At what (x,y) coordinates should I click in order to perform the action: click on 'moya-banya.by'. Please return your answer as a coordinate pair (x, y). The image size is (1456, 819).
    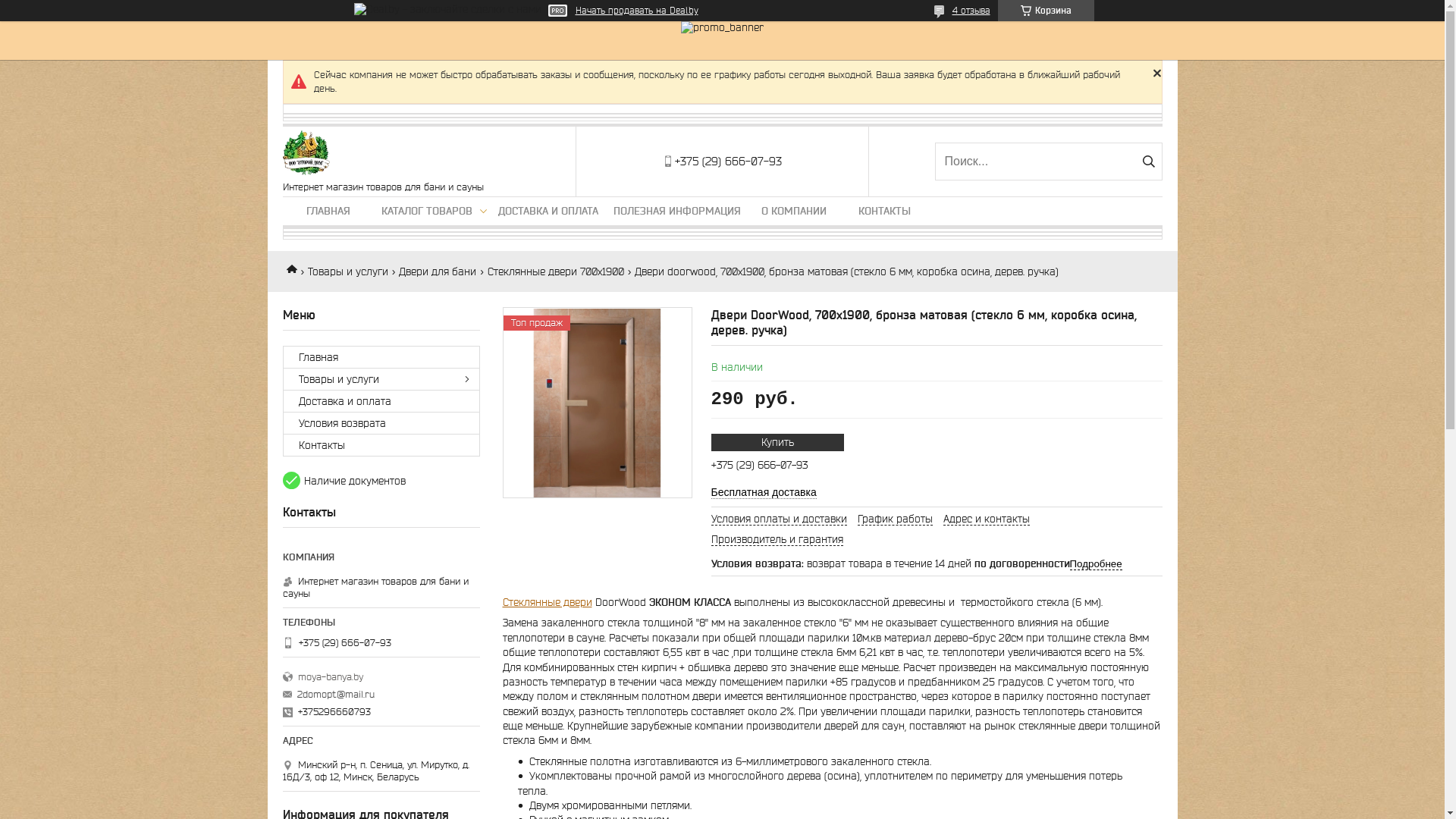
    Looking at the image, I should click on (372, 676).